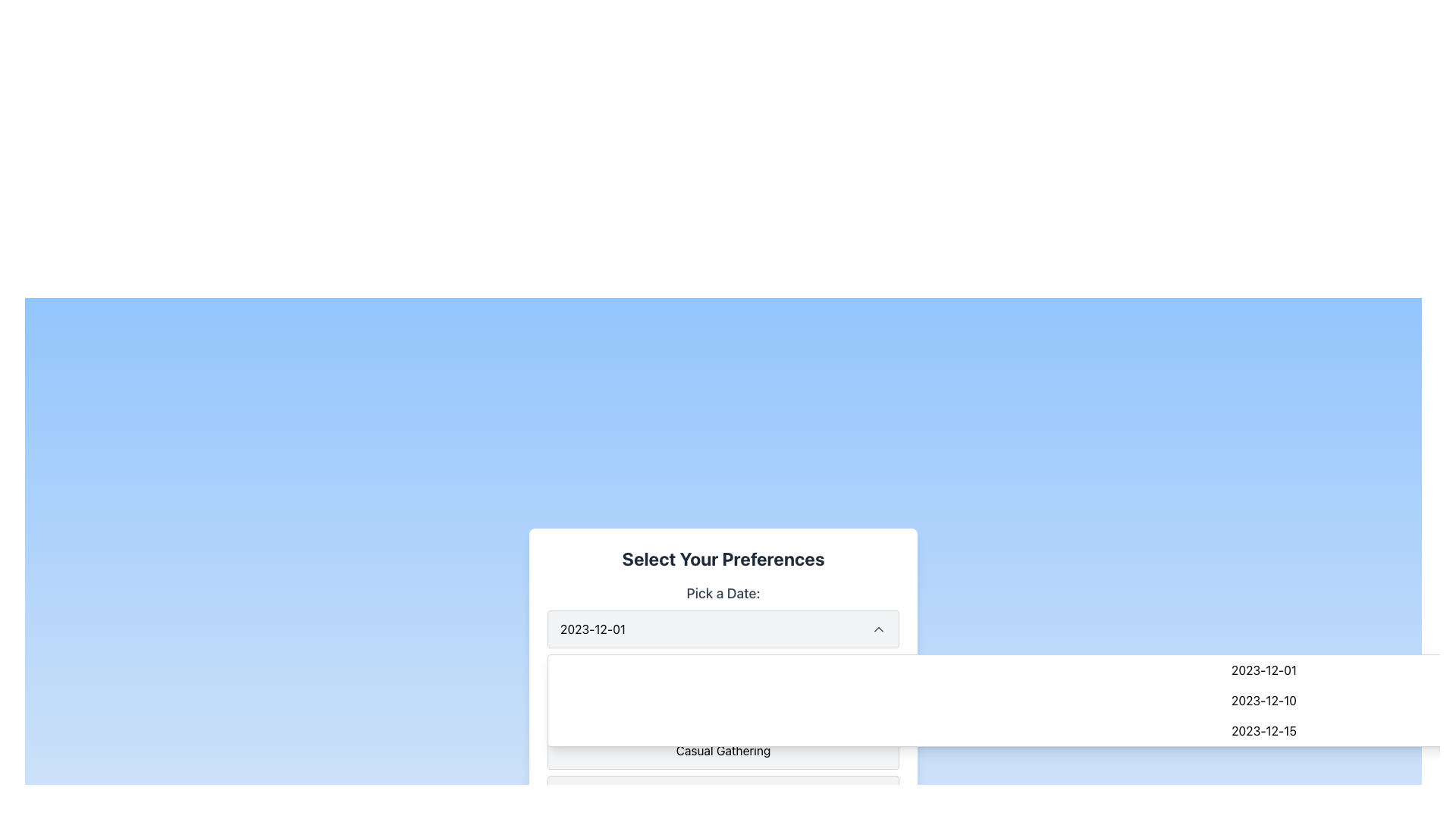  I want to click on the second selectable list item labeled 'Casual Gathering', so click(723, 751).